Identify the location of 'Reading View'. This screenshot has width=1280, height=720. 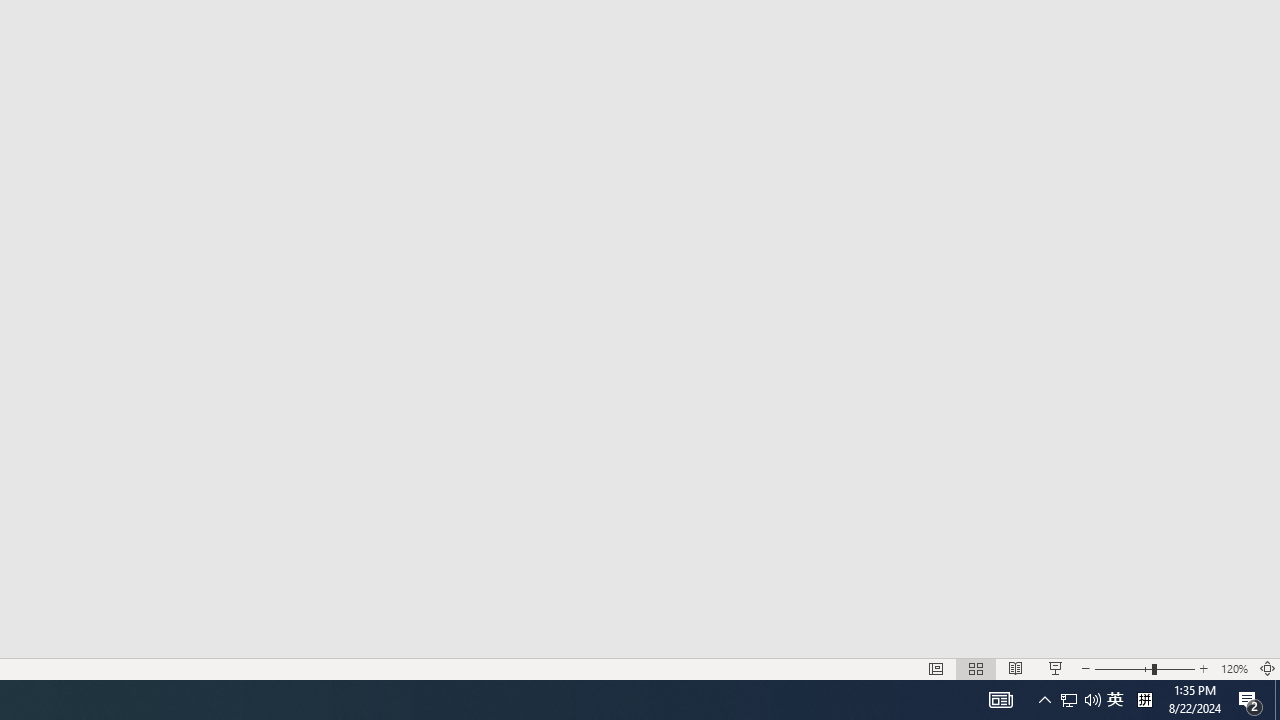
(1015, 669).